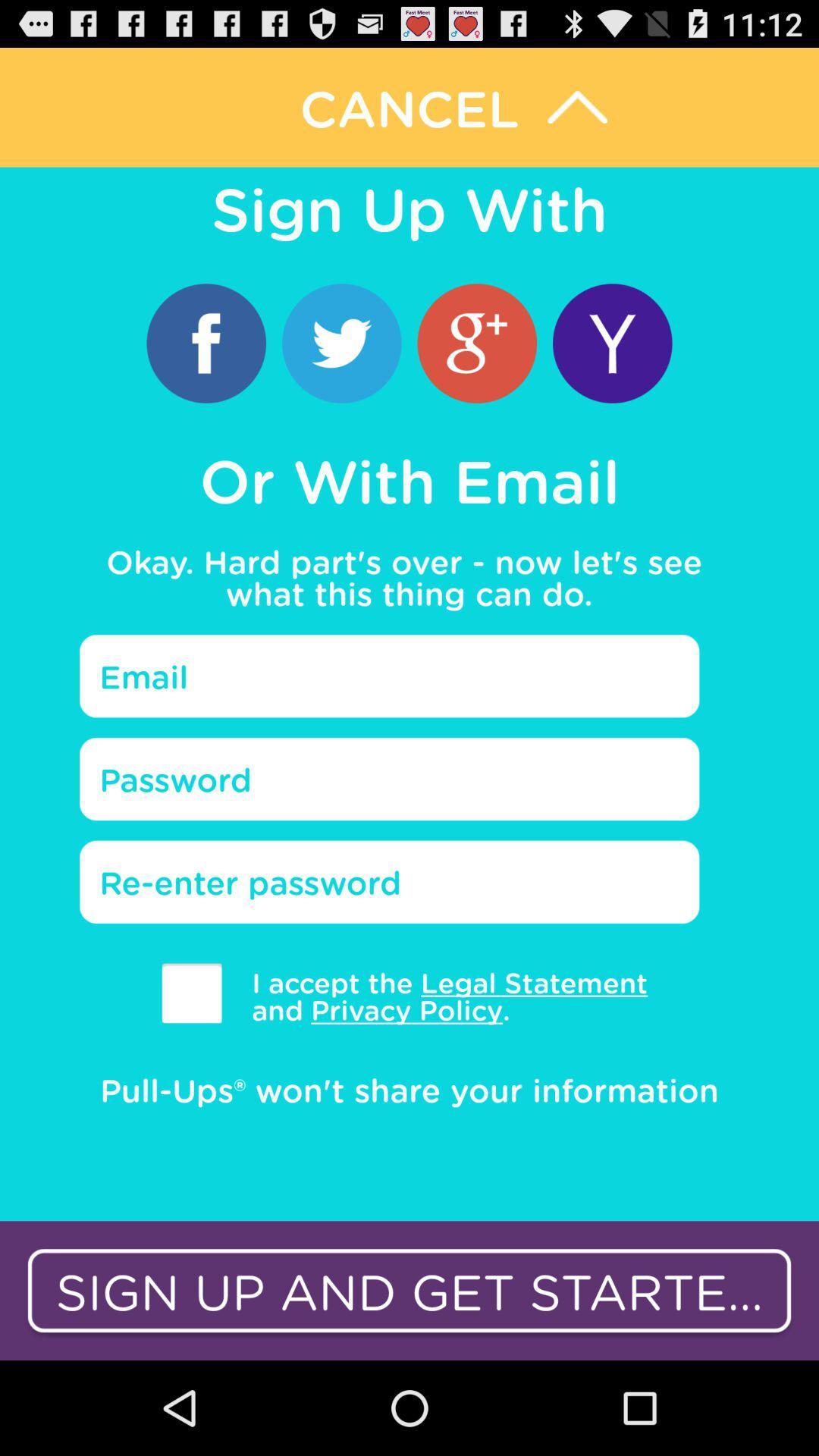 This screenshot has height=1456, width=819. I want to click on the icon at the bottom left corner, so click(191, 993).